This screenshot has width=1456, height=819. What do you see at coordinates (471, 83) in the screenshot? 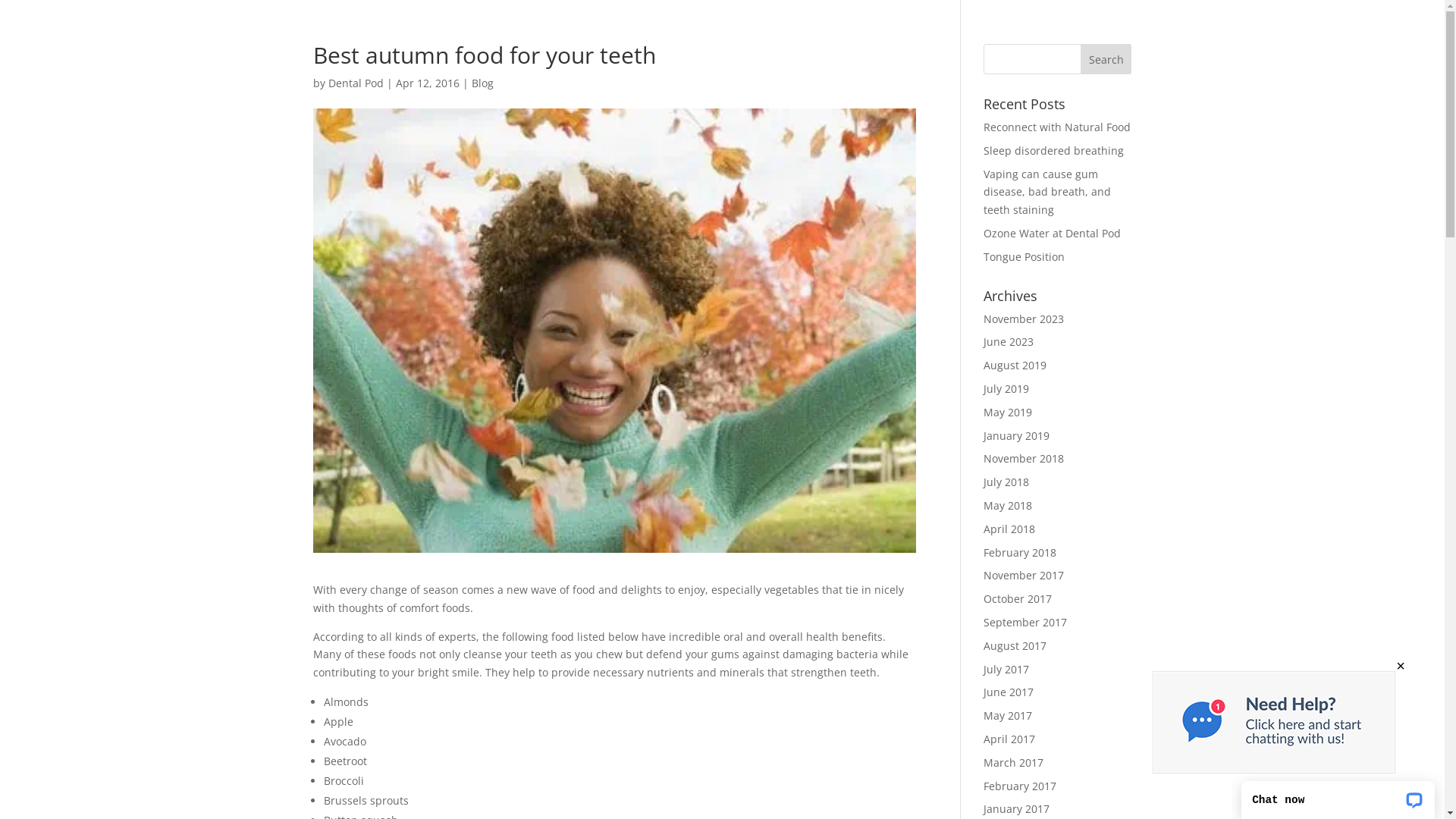
I see `'Blog'` at bounding box center [471, 83].